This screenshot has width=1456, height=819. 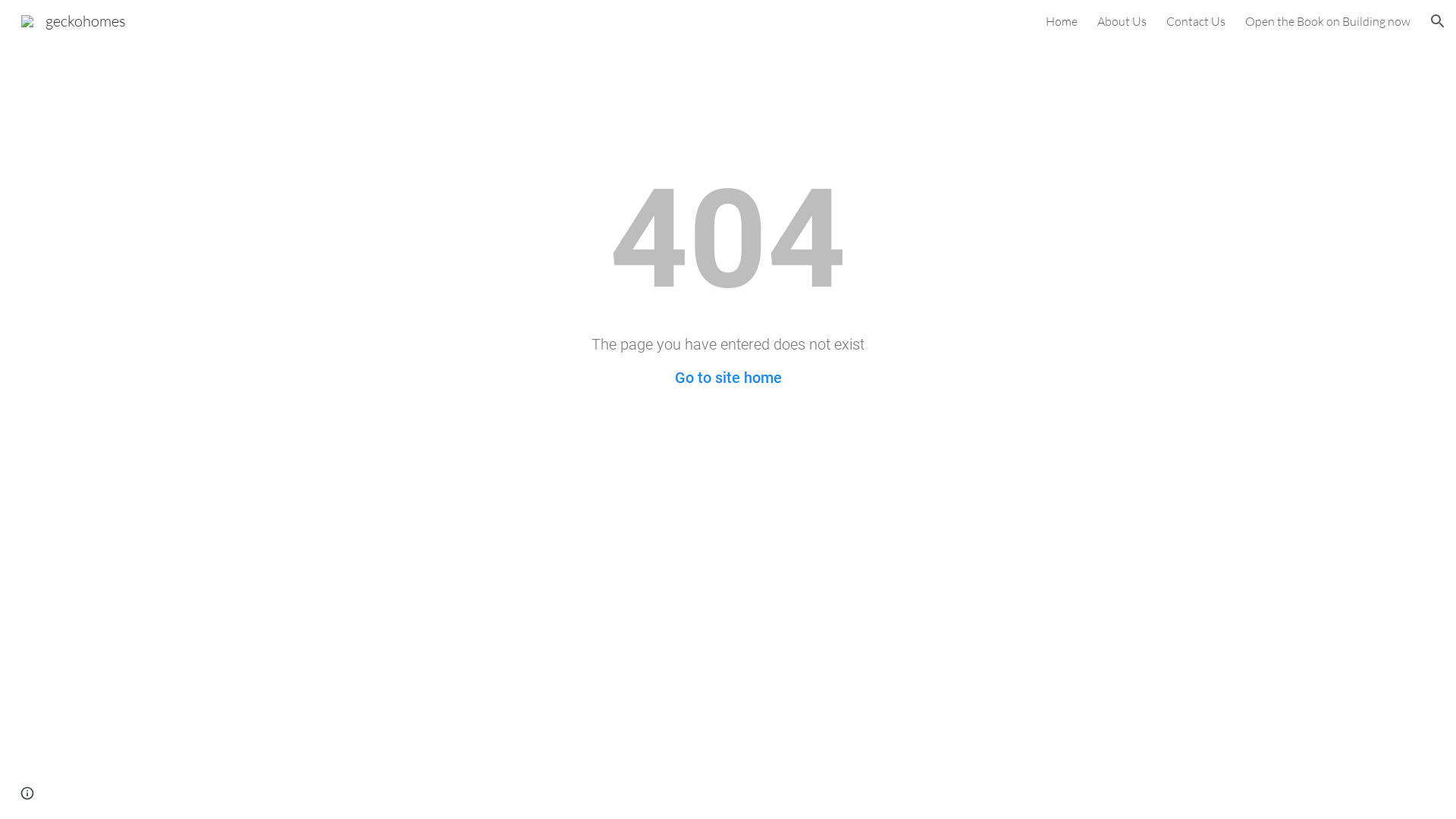 I want to click on 'Open the Book on Building now', so click(x=1327, y=20).